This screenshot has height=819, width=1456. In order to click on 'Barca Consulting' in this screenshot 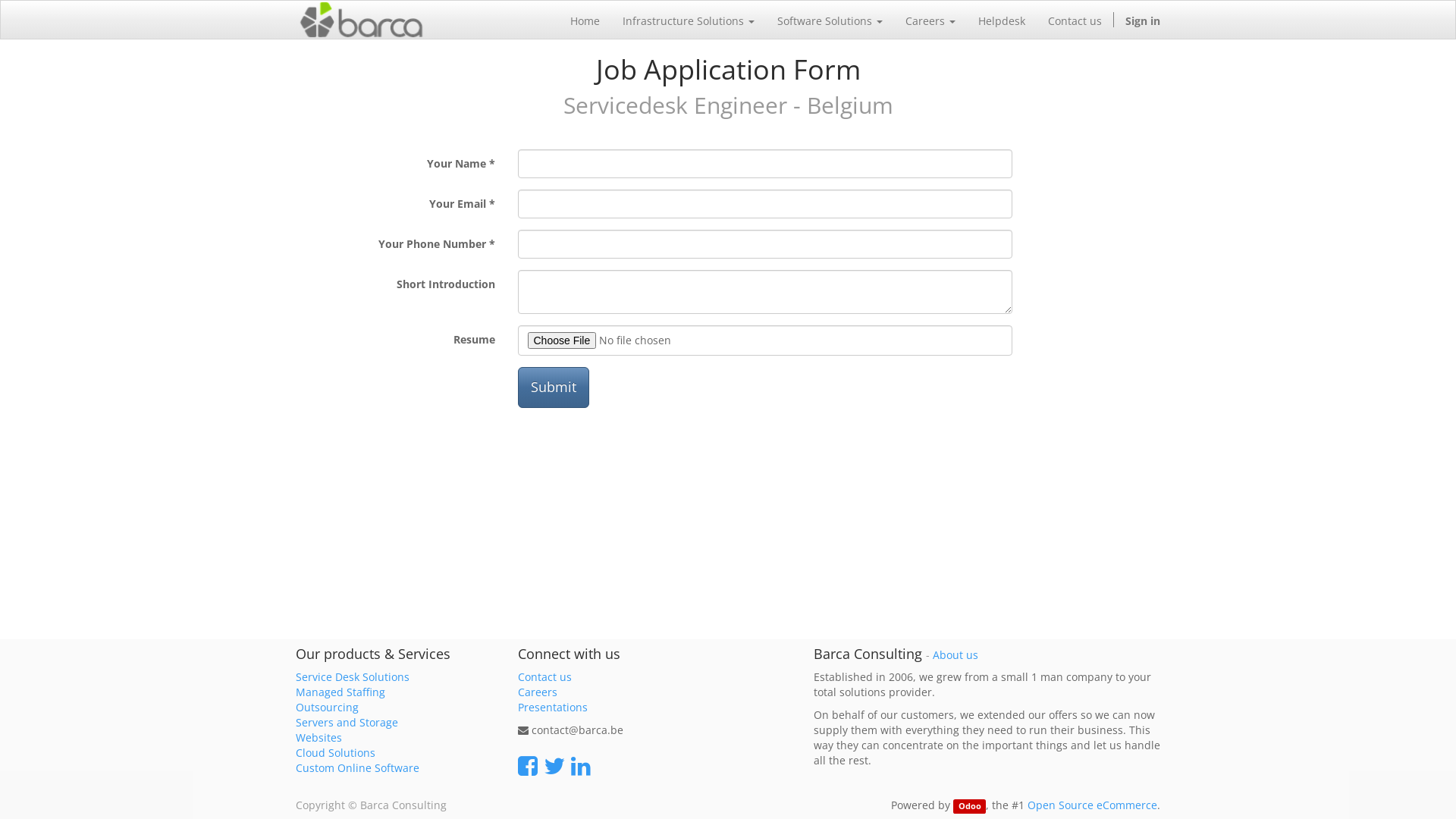, I will do `click(360, 20)`.